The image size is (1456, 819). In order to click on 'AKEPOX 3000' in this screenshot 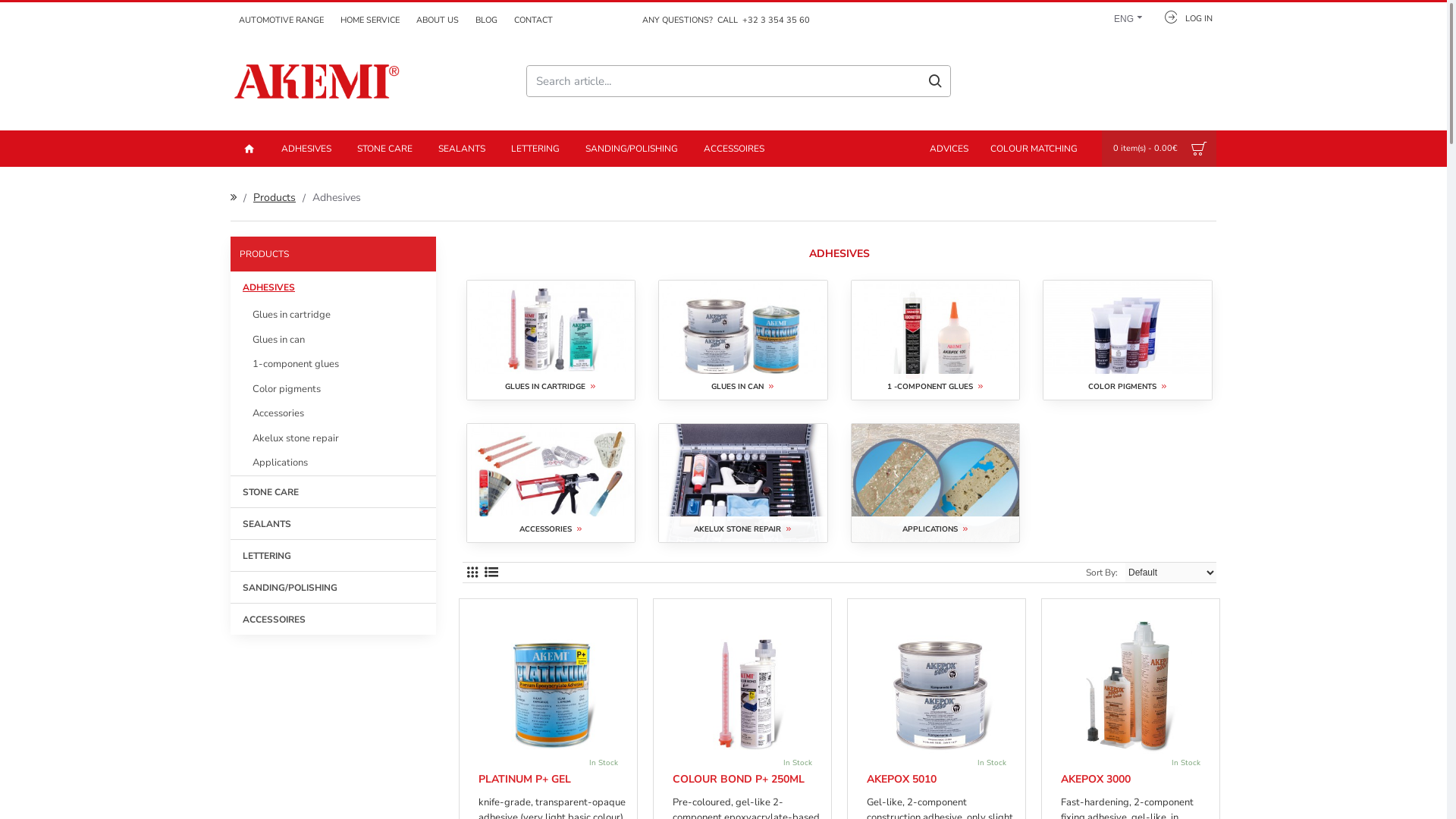, I will do `click(1095, 780)`.